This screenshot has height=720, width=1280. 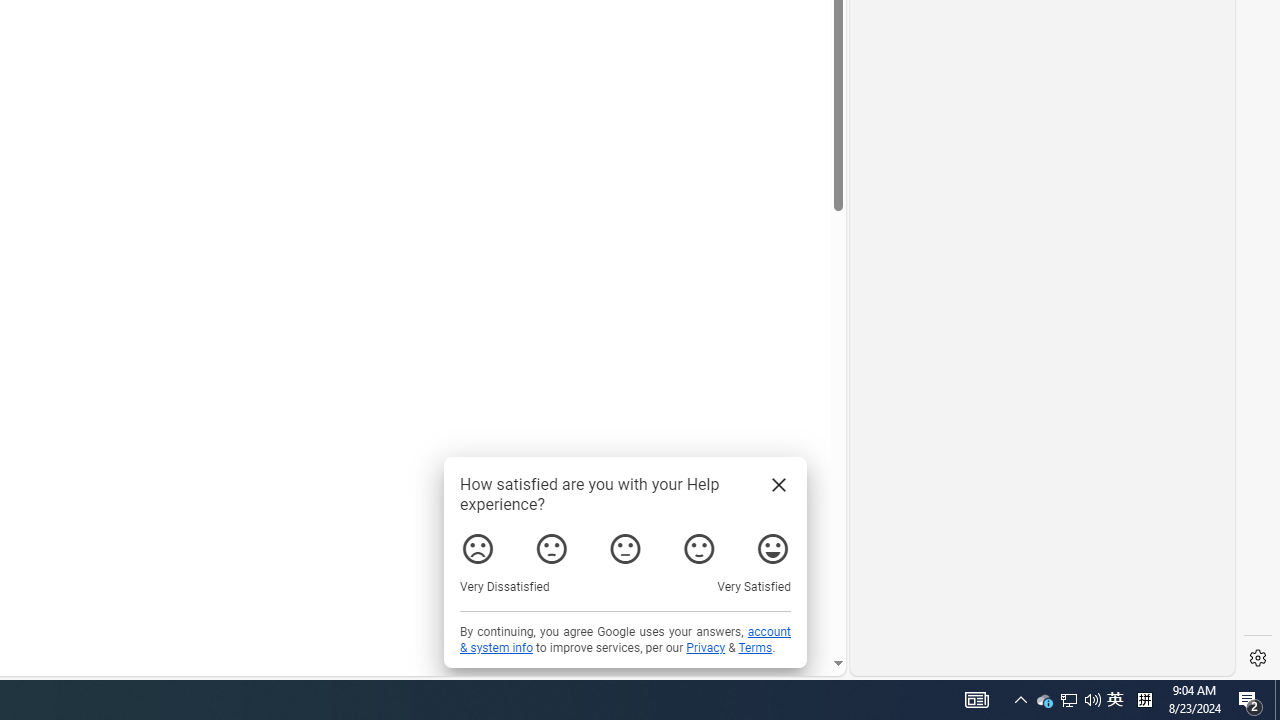 I want to click on 'Smiley 5 of 5. Very satisfied Very Satisfied', so click(x=772, y=549).